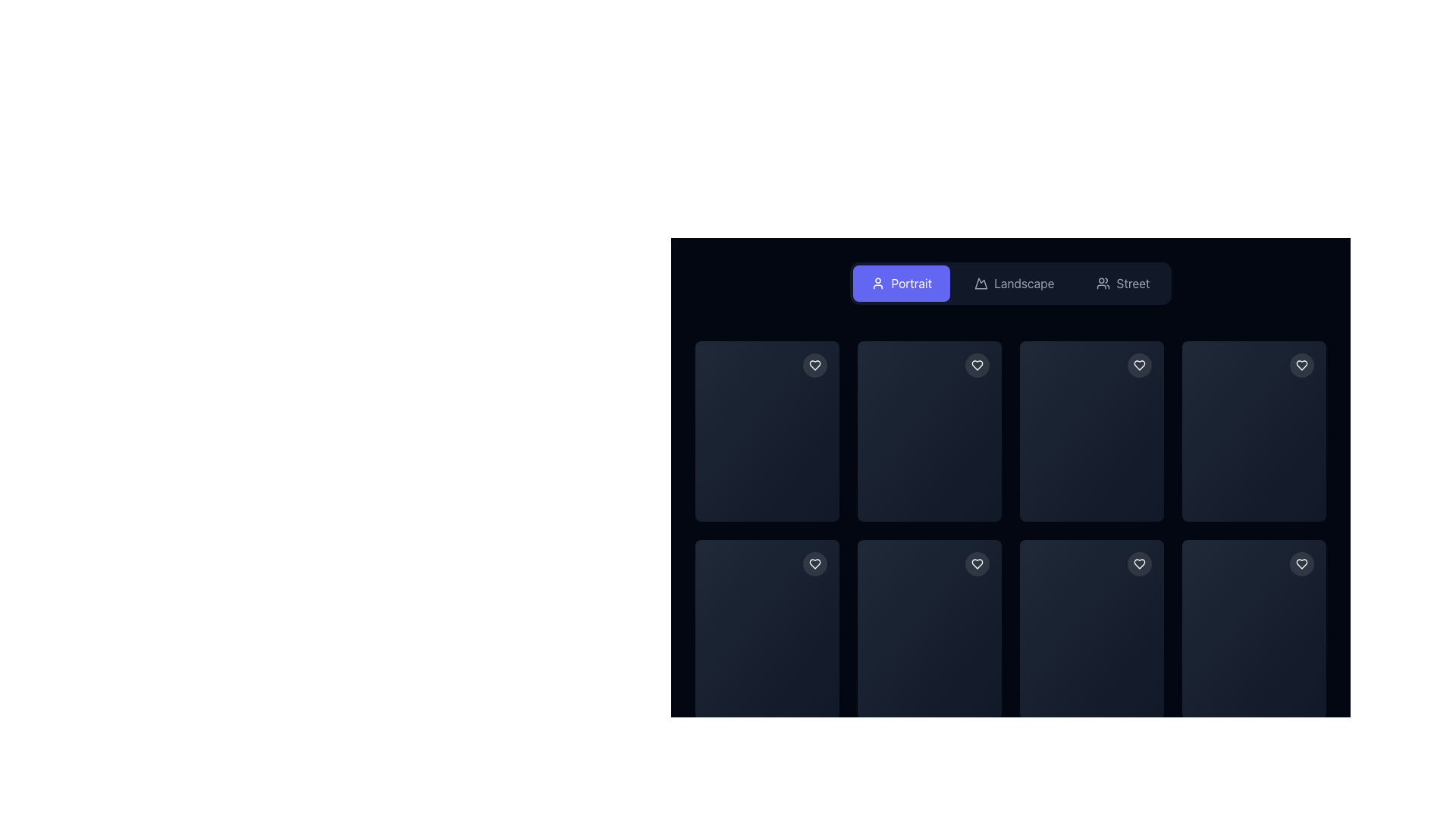  What do you see at coordinates (814, 366) in the screenshot?
I see `the heart-shaped icon button located at the top-right corner of the rectangular card to observe visual feedback` at bounding box center [814, 366].